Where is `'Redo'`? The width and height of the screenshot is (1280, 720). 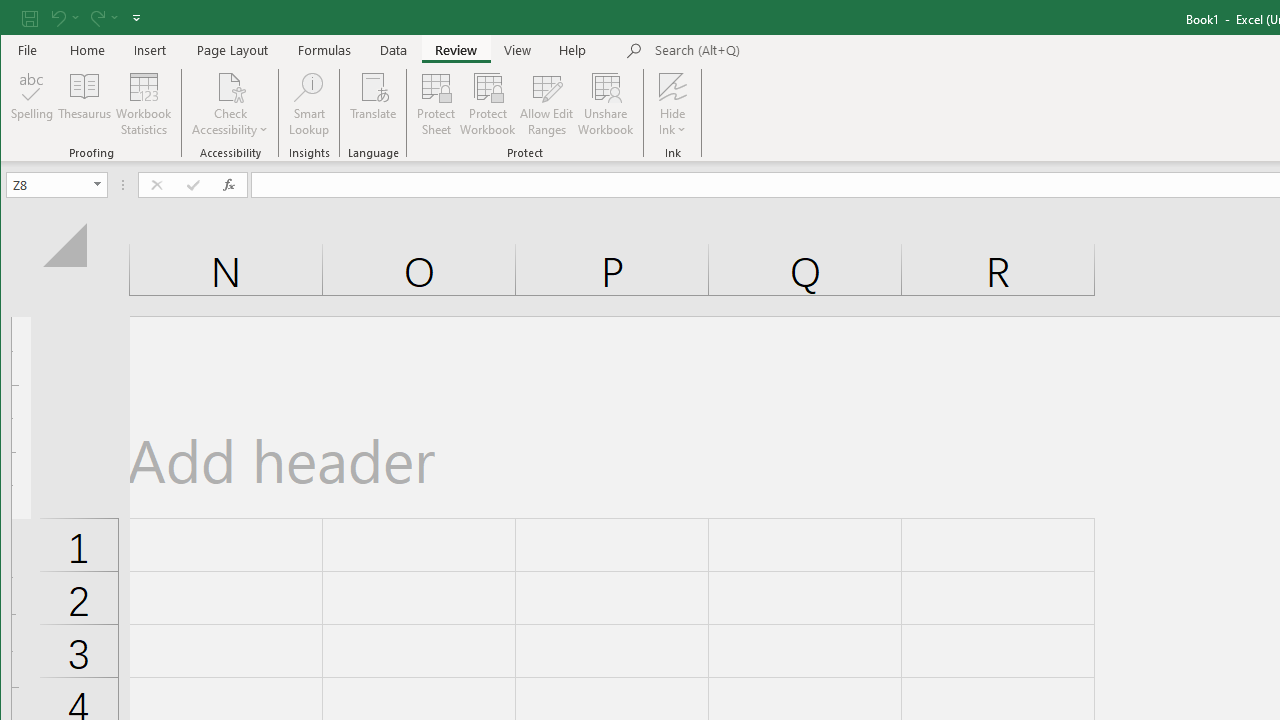 'Redo' is located at coordinates (102, 17).